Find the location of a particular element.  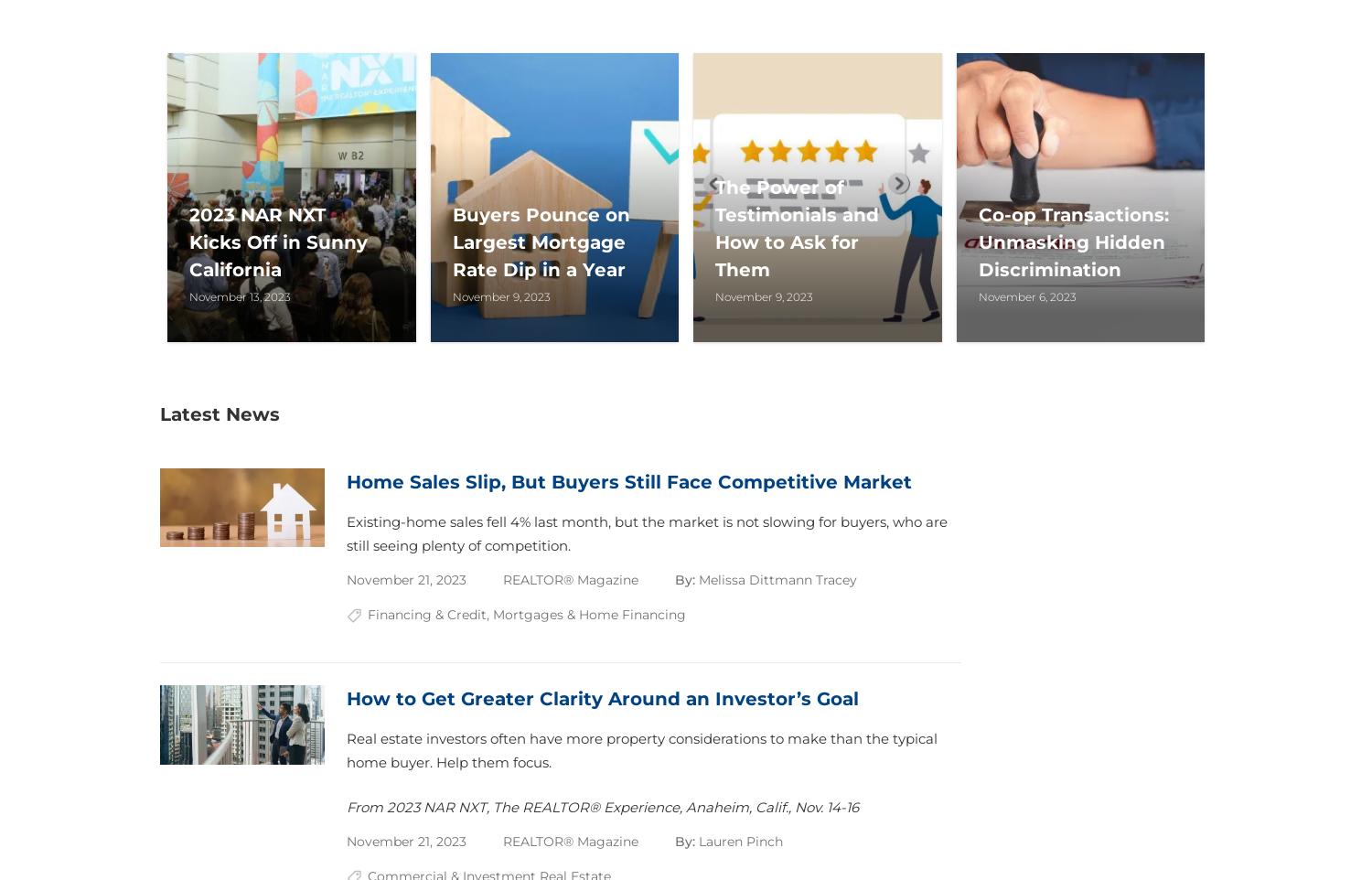

'November 13, 2023' is located at coordinates (240, 295).